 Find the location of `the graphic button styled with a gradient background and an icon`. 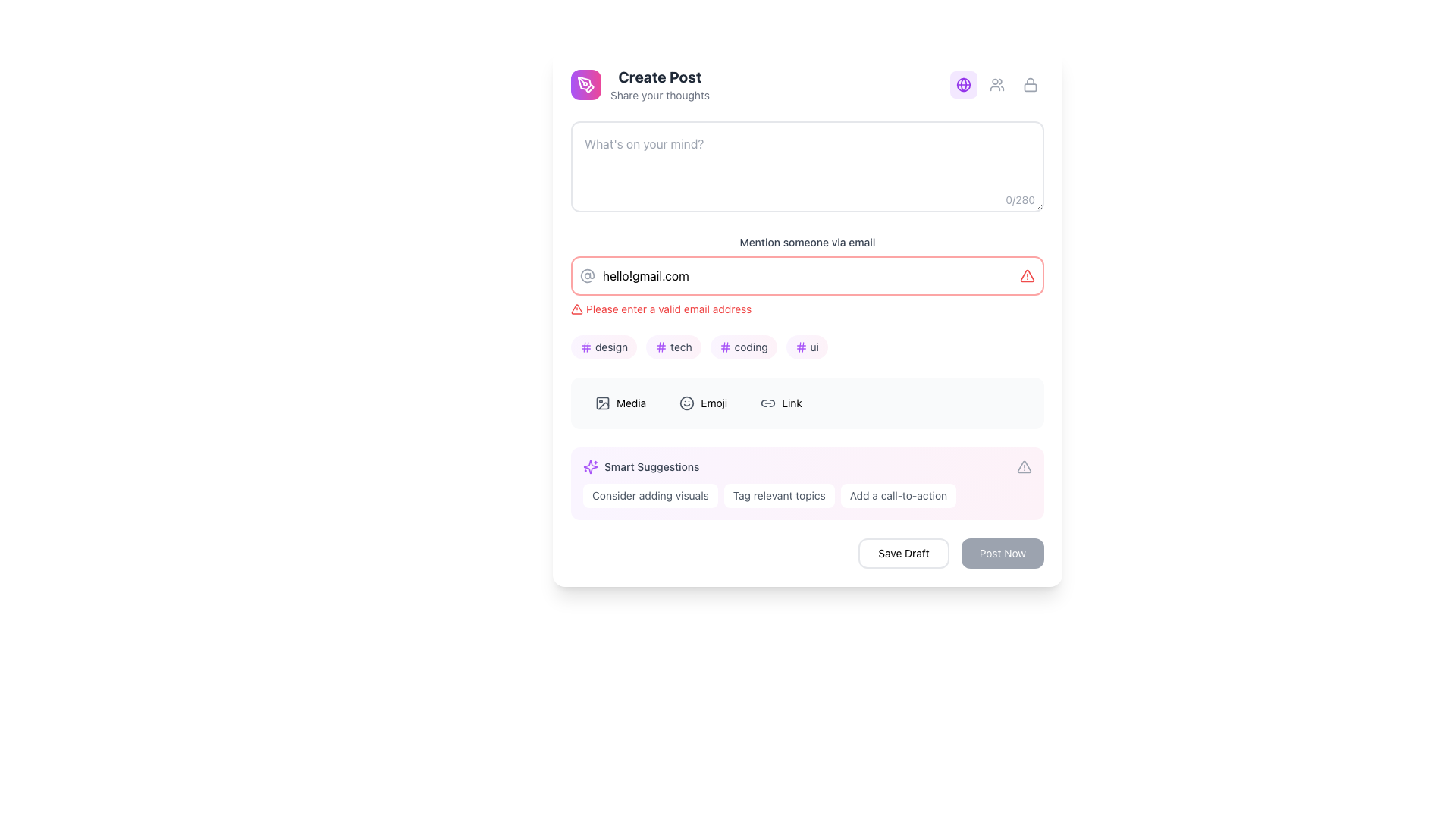

the graphic button styled with a gradient background and an icon is located at coordinates (585, 84).